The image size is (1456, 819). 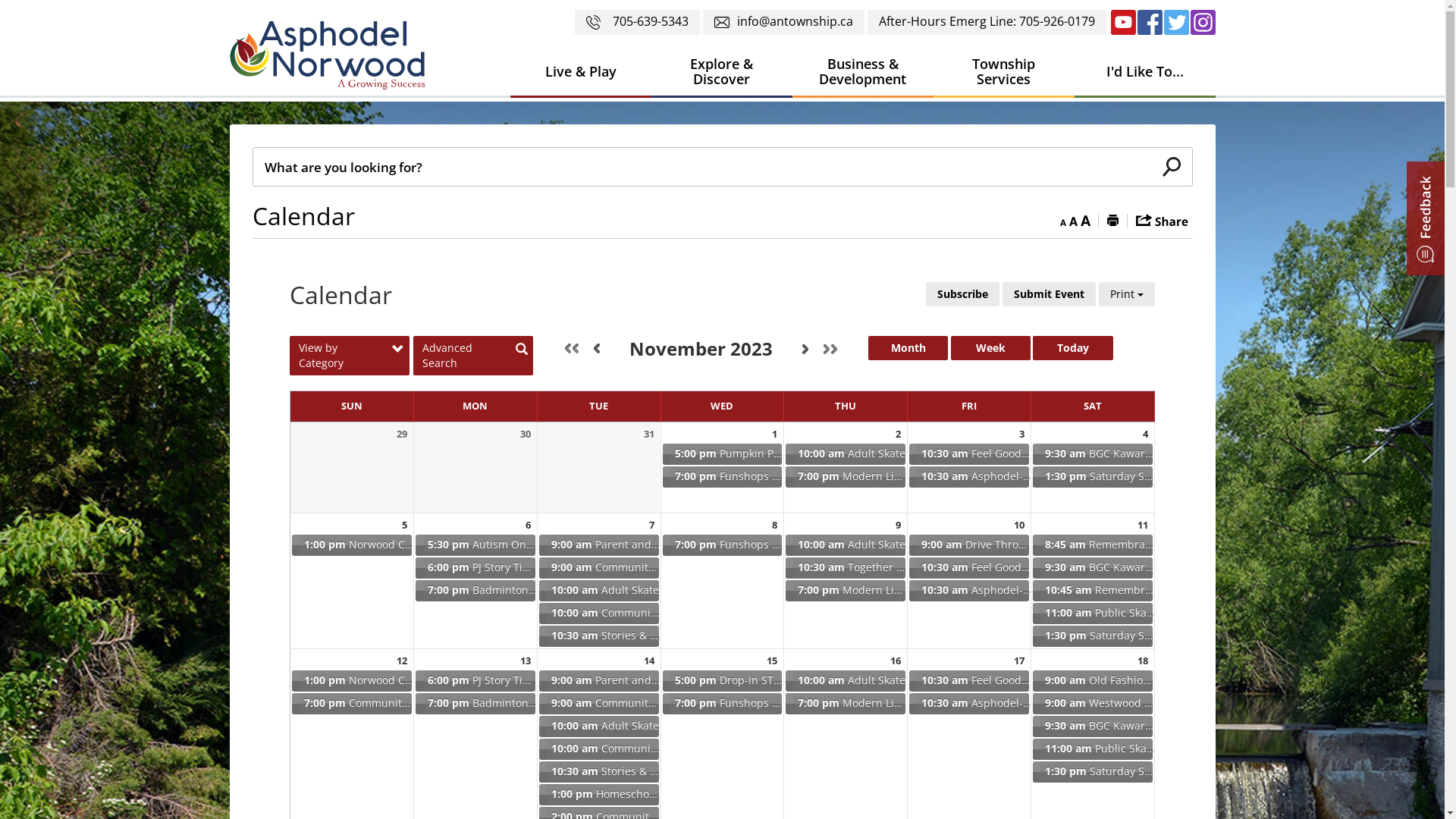 I want to click on 'Today', so click(x=1072, y=348).